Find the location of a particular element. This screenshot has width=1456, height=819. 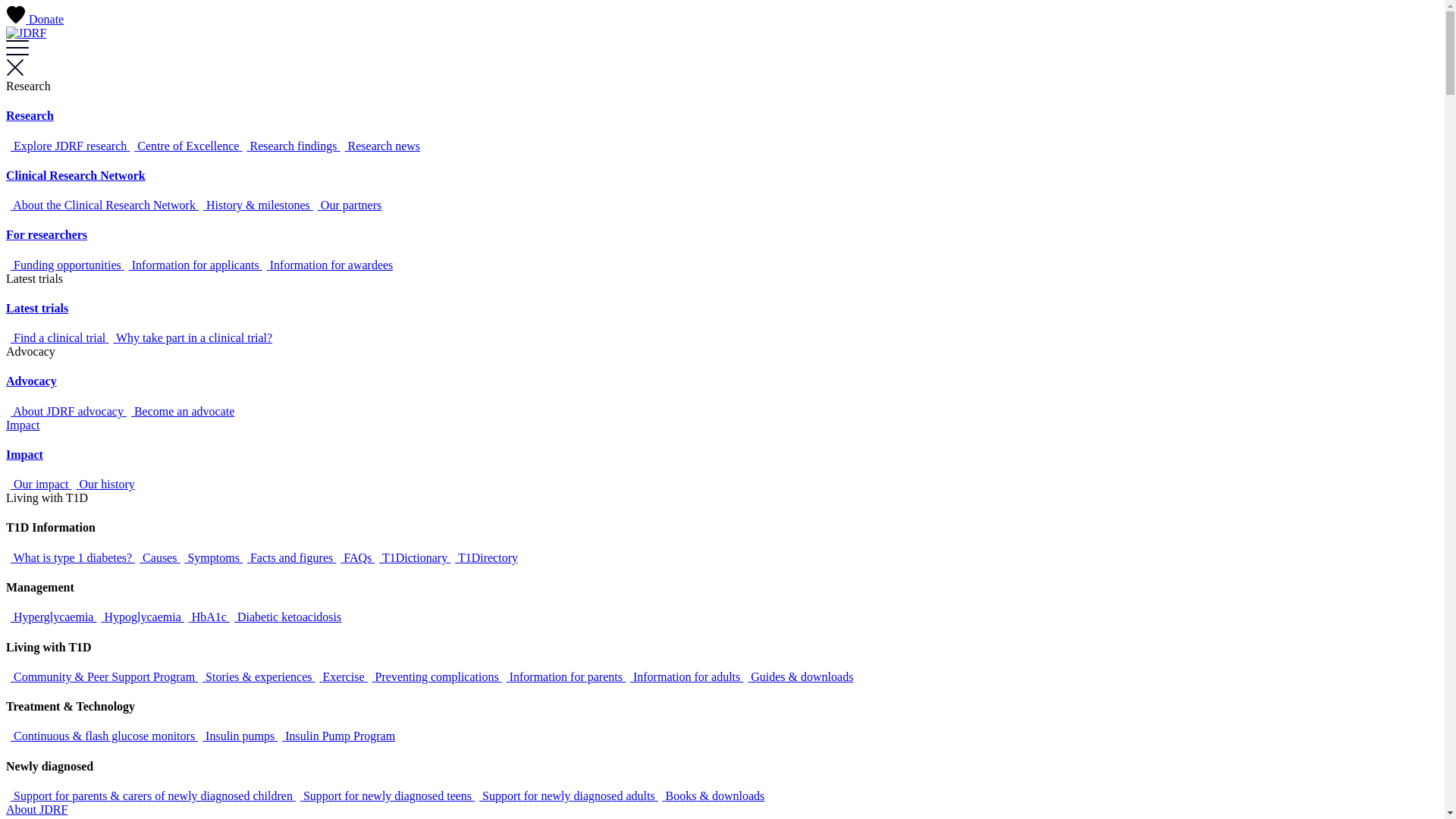

'Advocacy' is located at coordinates (31, 380).